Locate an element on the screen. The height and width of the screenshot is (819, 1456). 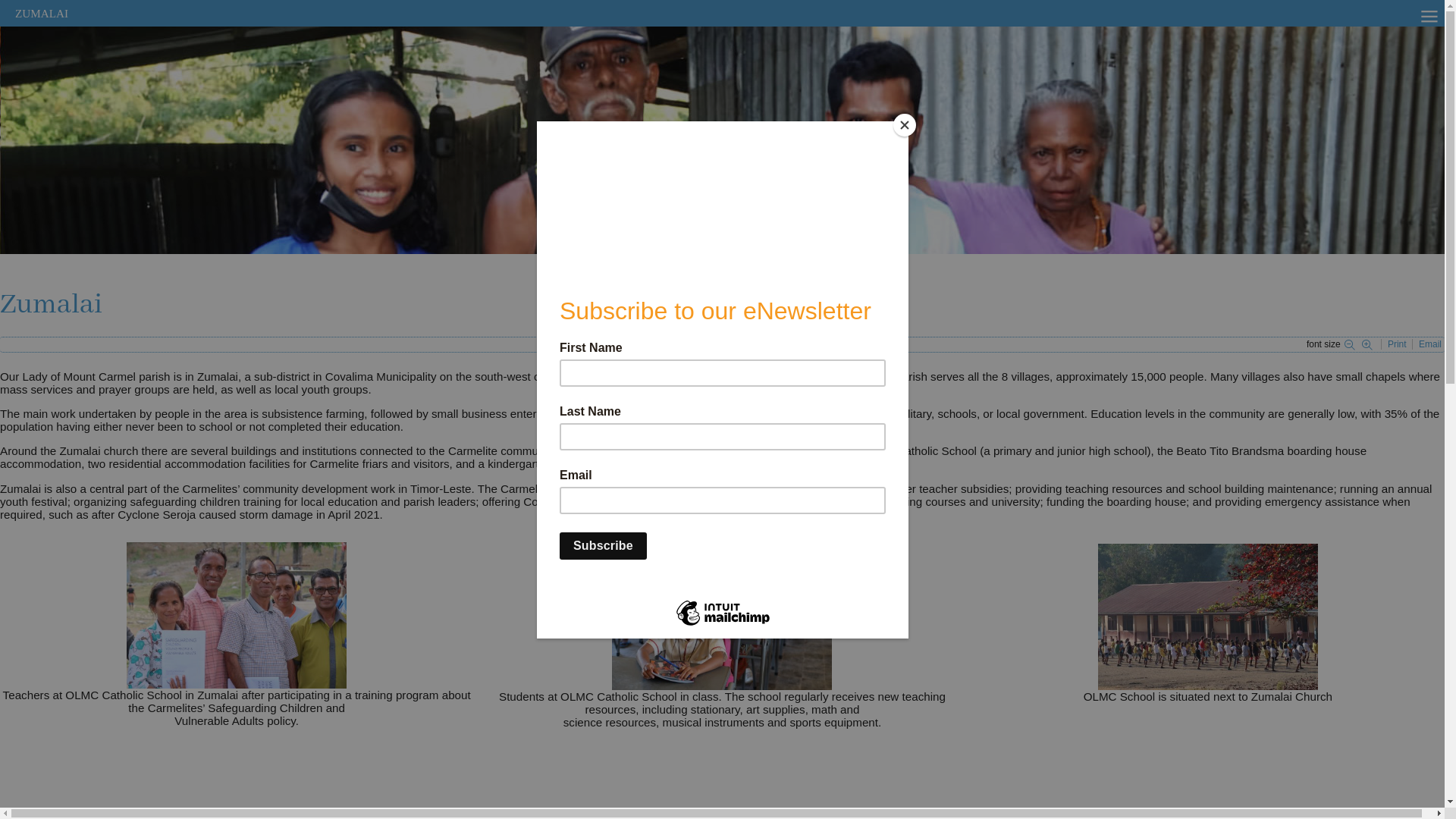
'Print' is located at coordinates (1397, 344).